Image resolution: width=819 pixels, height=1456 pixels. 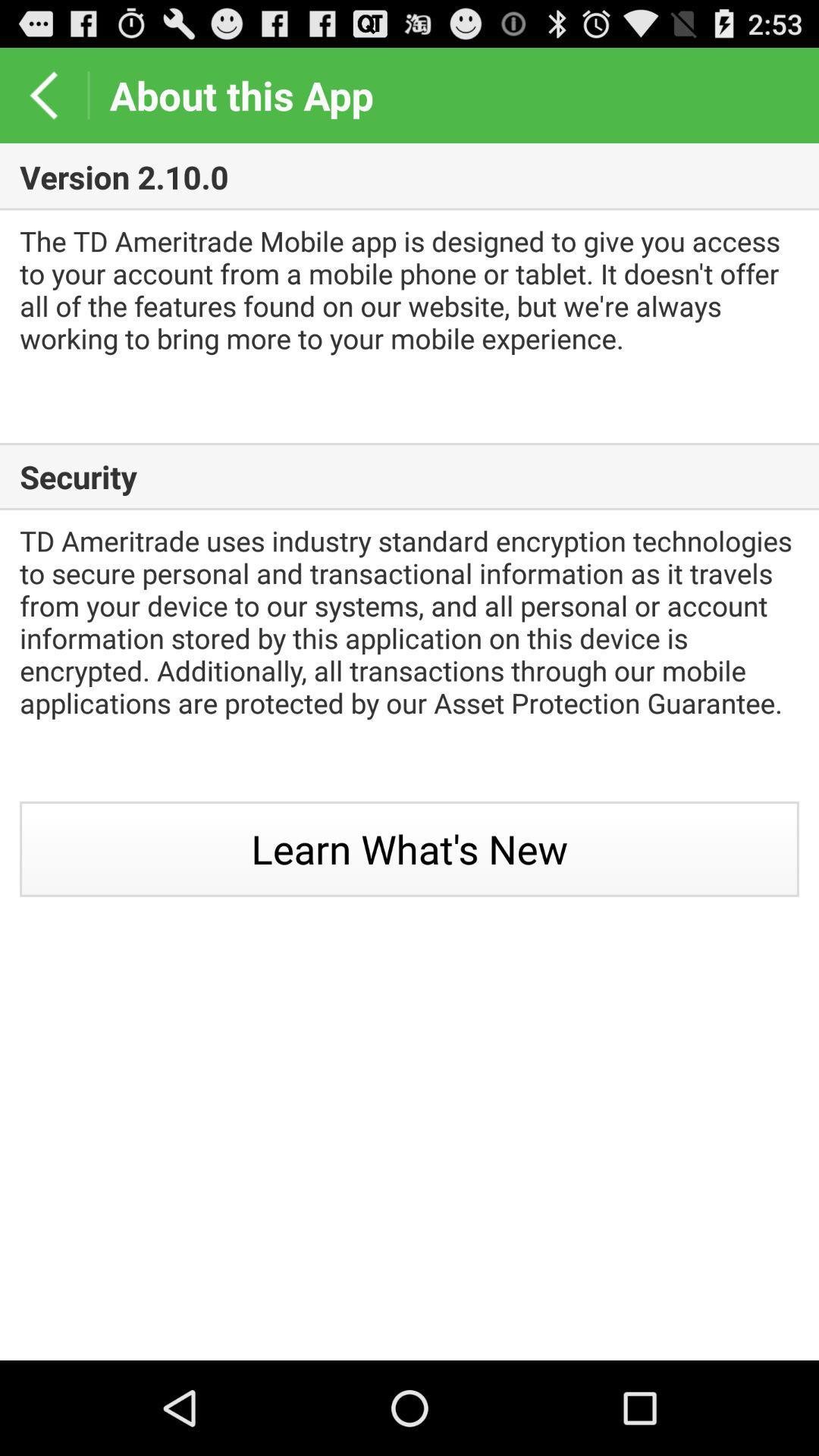 I want to click on the arrow_backward icon, so click(x=42, y=101).